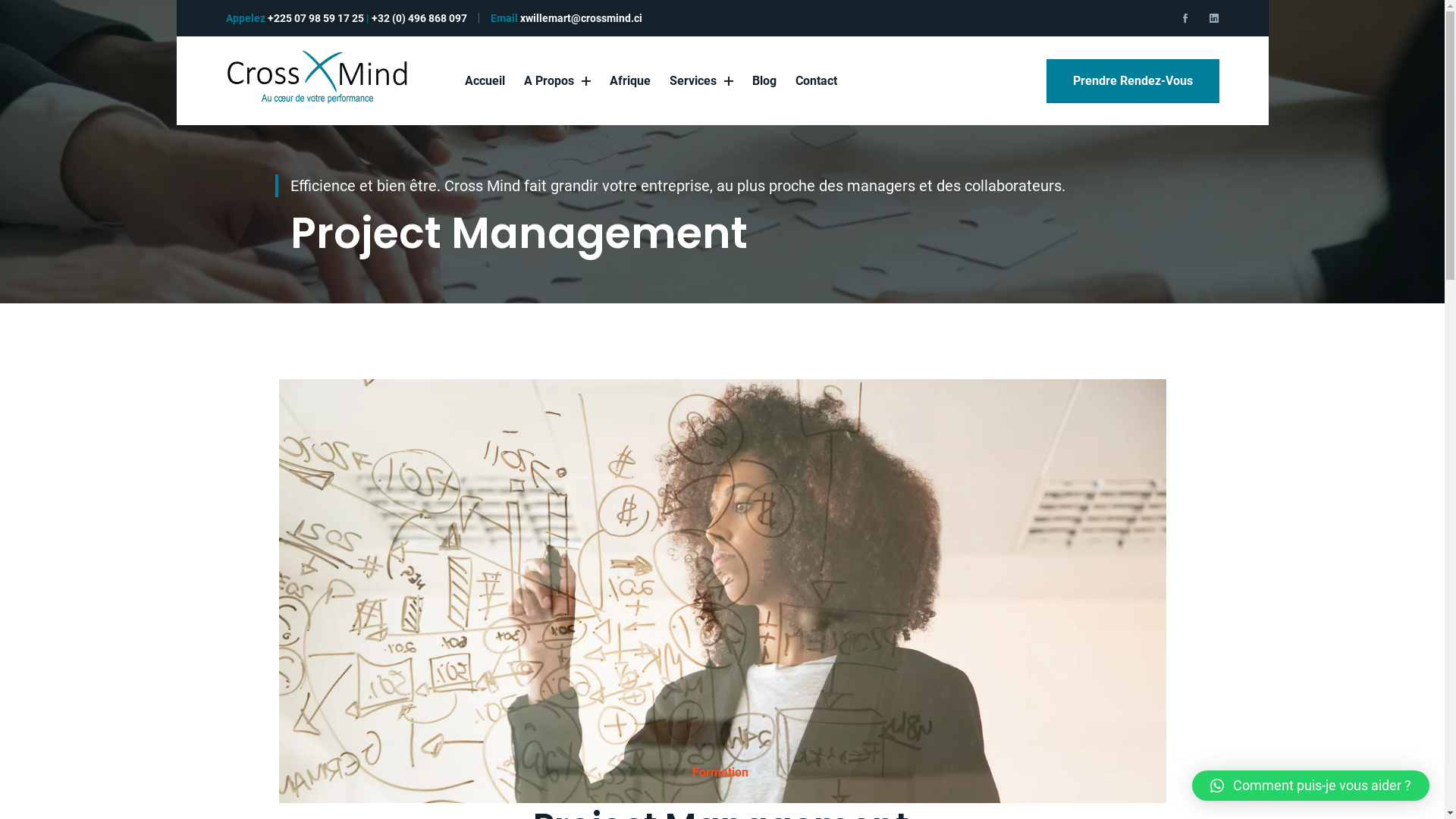  What do you see at coordinates (629, 80) in the screenshot?
I see `'Afrique'` at bounding box center [629, 80].